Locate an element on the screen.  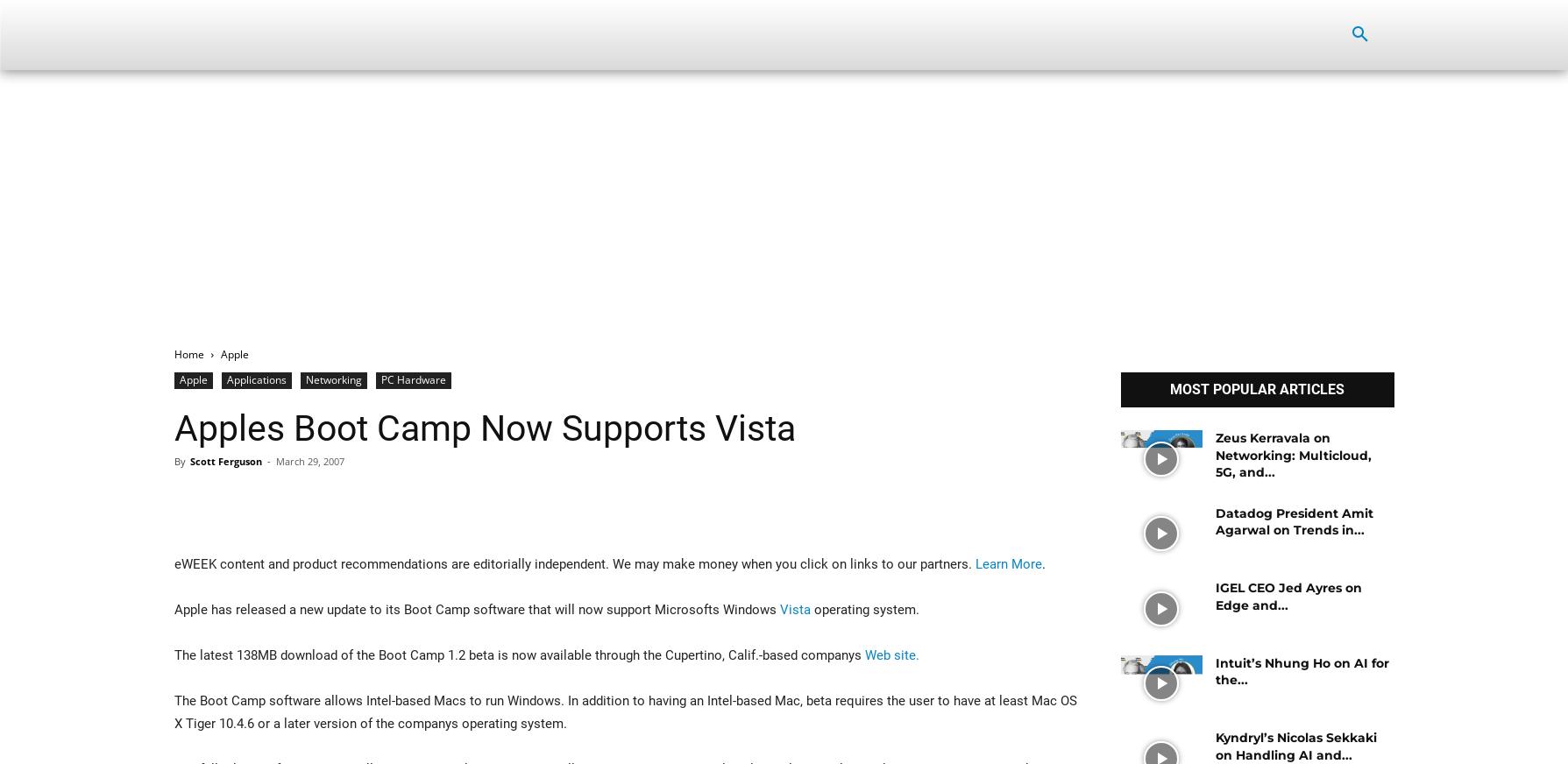
'PC Hardware' is located at coordinates (380, 379).